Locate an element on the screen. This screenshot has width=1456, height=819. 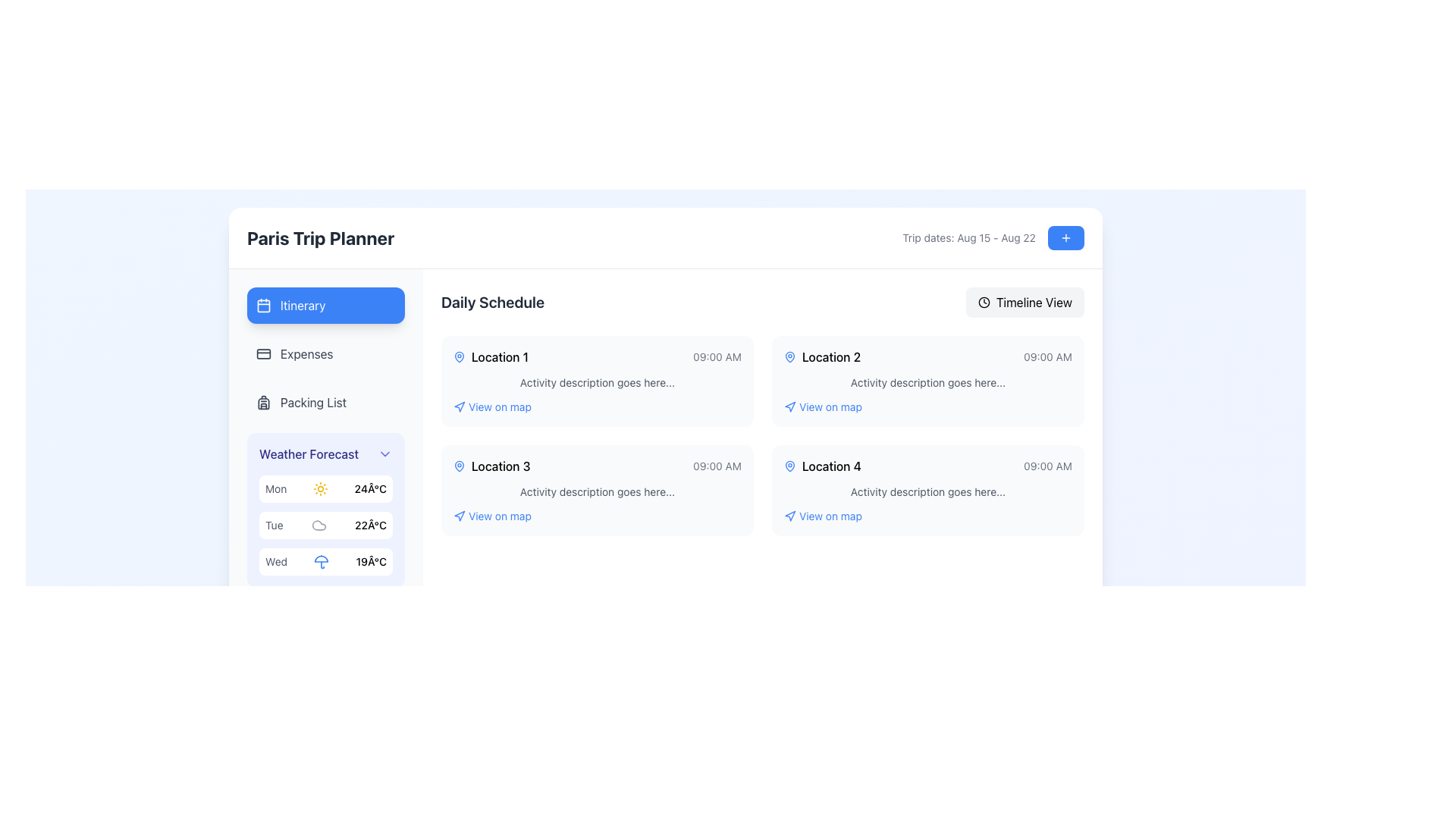
the hyperlink text that opens the map view for 'Location 4' in the 'Daily Schedule' section to trigger any hover effects is located at coordinates (830, 516).